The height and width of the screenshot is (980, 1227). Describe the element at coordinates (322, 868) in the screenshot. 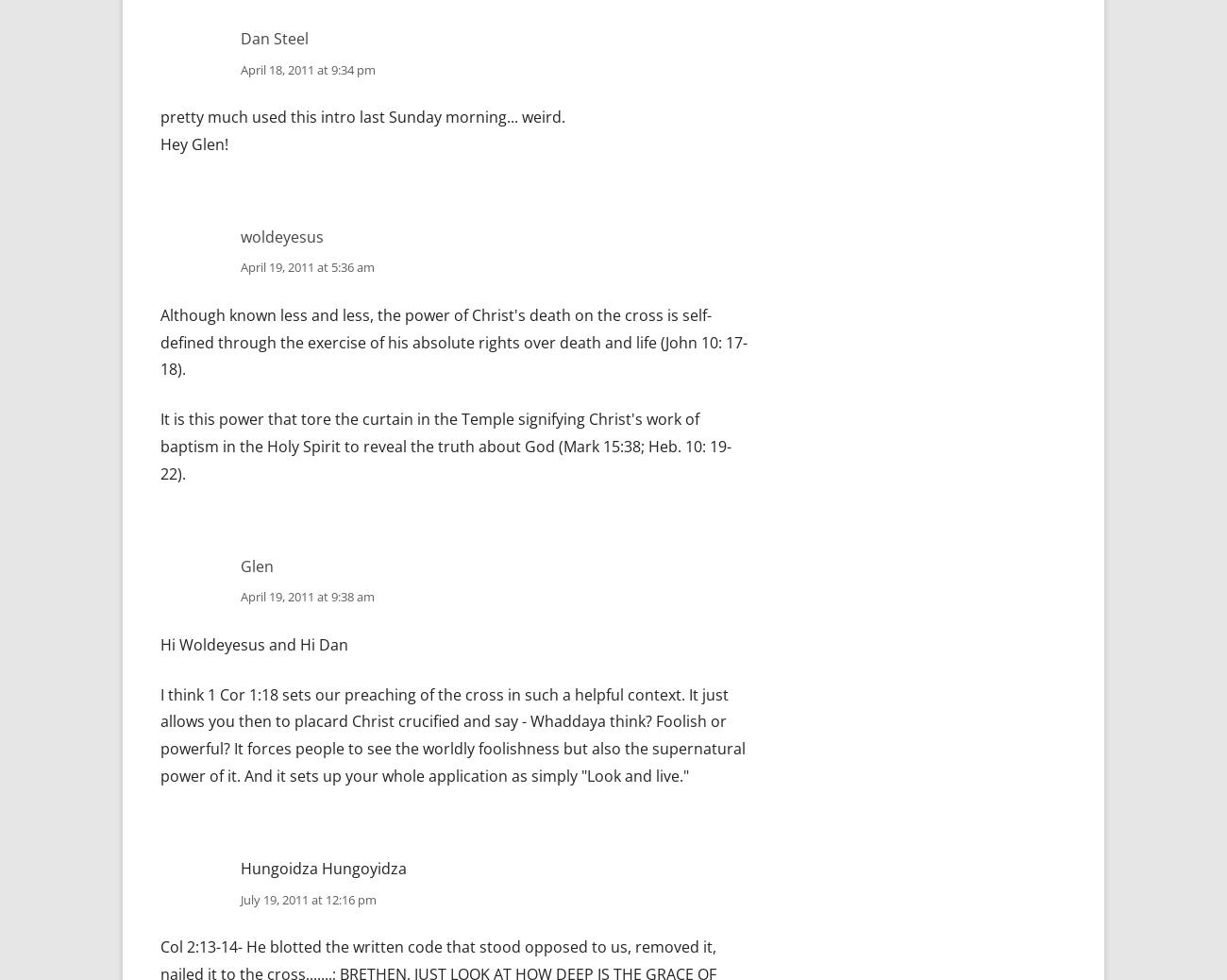

I see `'Hungoidza Hungoyidza'` at that location.